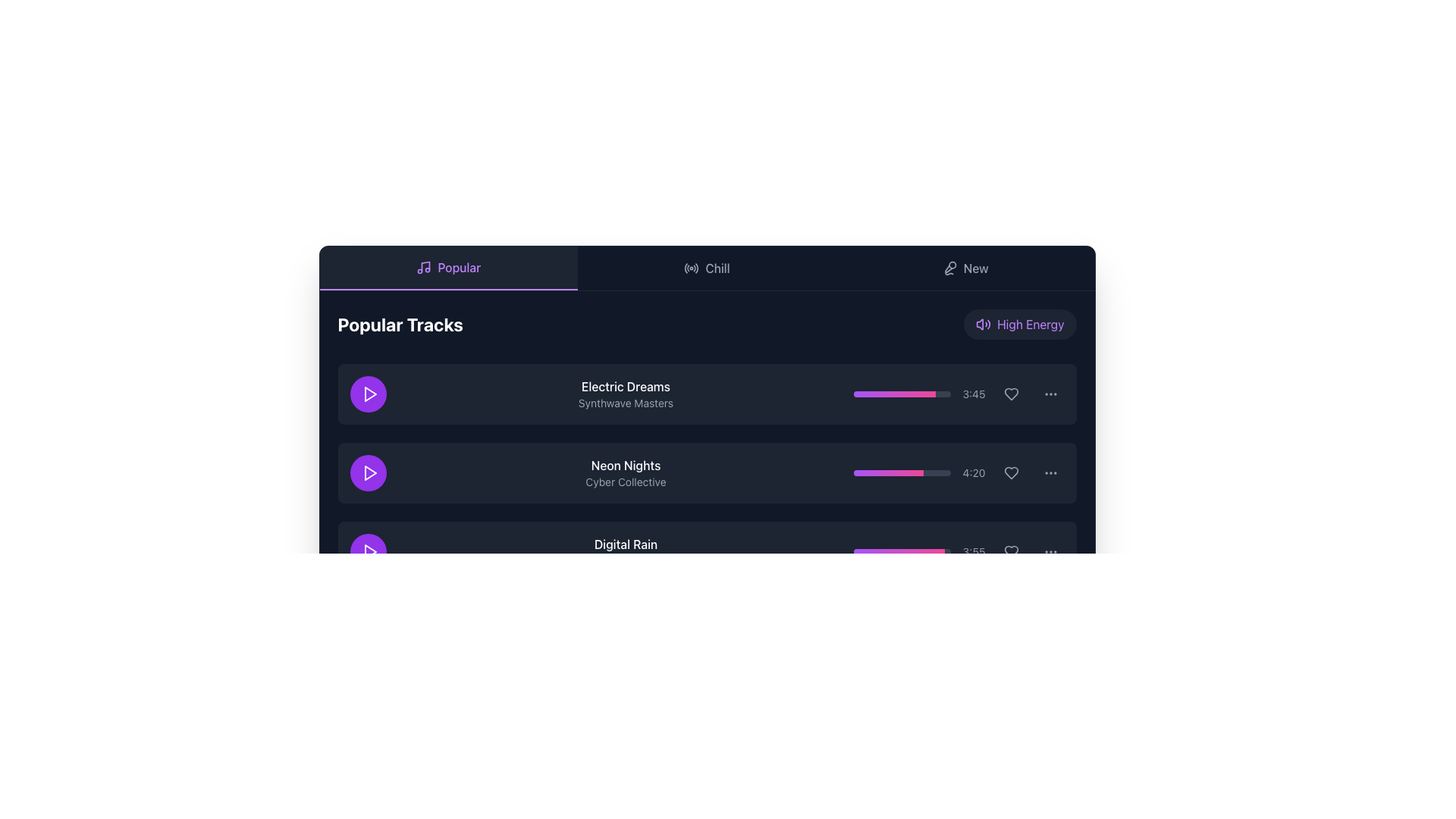 This screenshot has height=819, width=1456. I want to click on the text label providing contextual information for the track 'Electric Dreams', located beneath the title in the first item of a vertical list, so click(626, 403).